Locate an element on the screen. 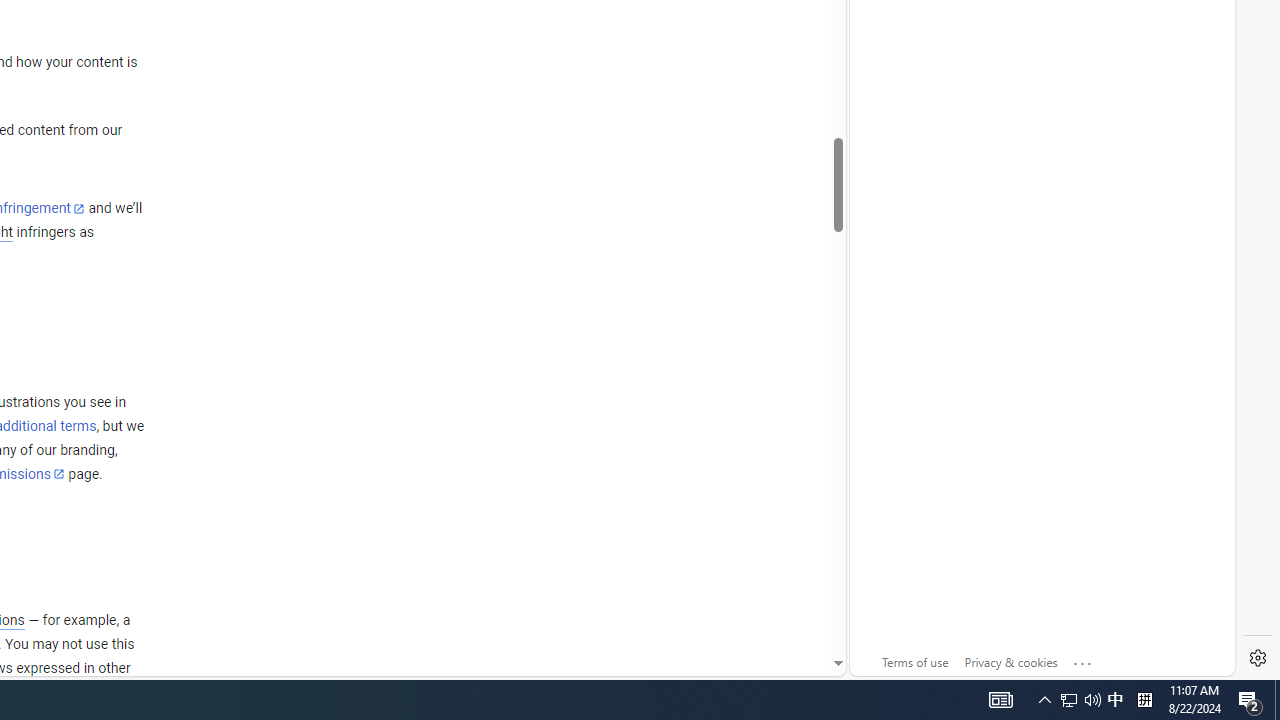 This screenshot has height=720, width=1280. 'Privacy & cookies' is located at coordinates (1011, 662).